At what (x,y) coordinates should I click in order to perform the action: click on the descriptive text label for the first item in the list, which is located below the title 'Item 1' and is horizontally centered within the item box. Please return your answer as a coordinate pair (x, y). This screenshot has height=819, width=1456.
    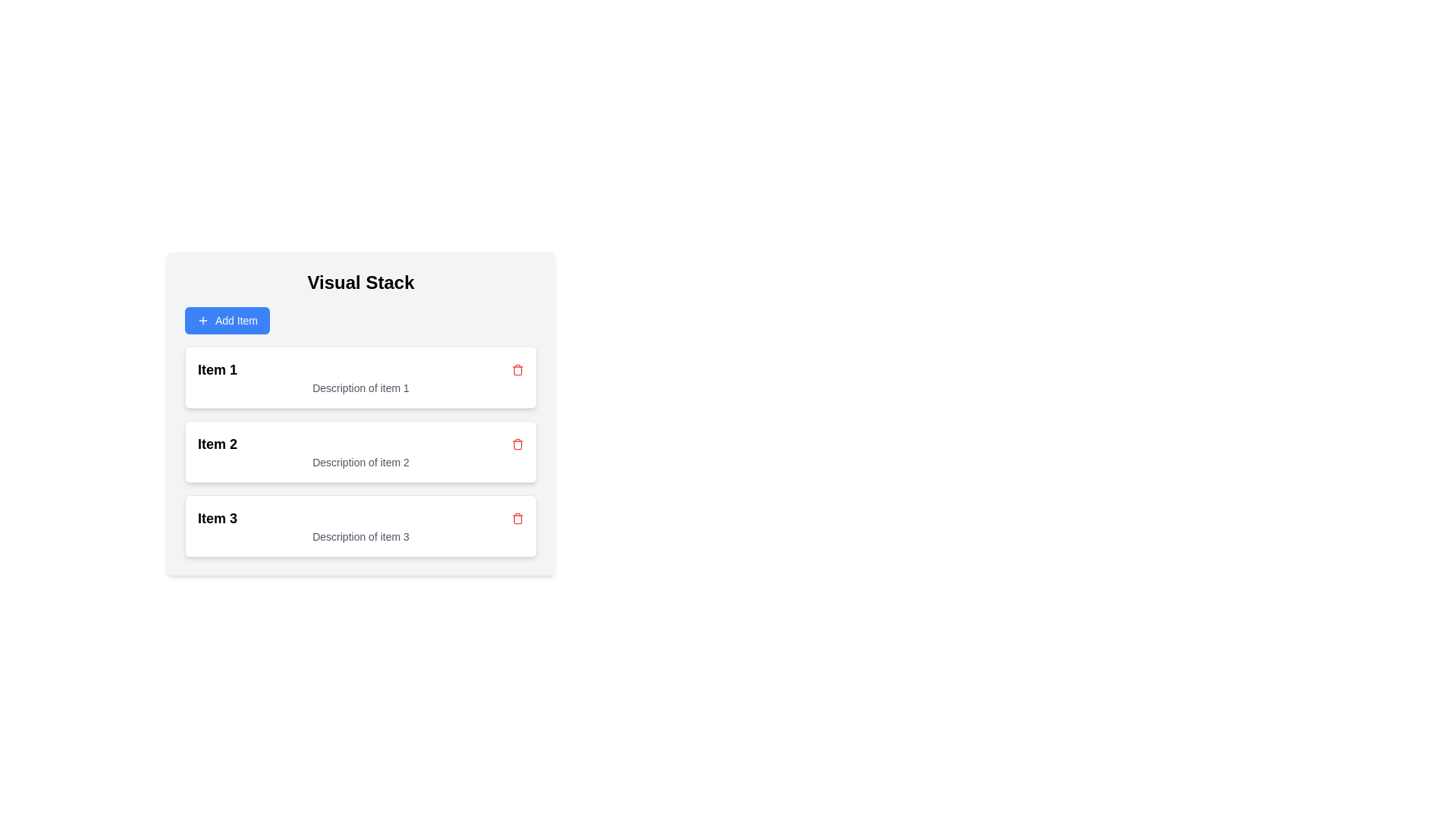
    Looking at the image, I should click on (359, 388).